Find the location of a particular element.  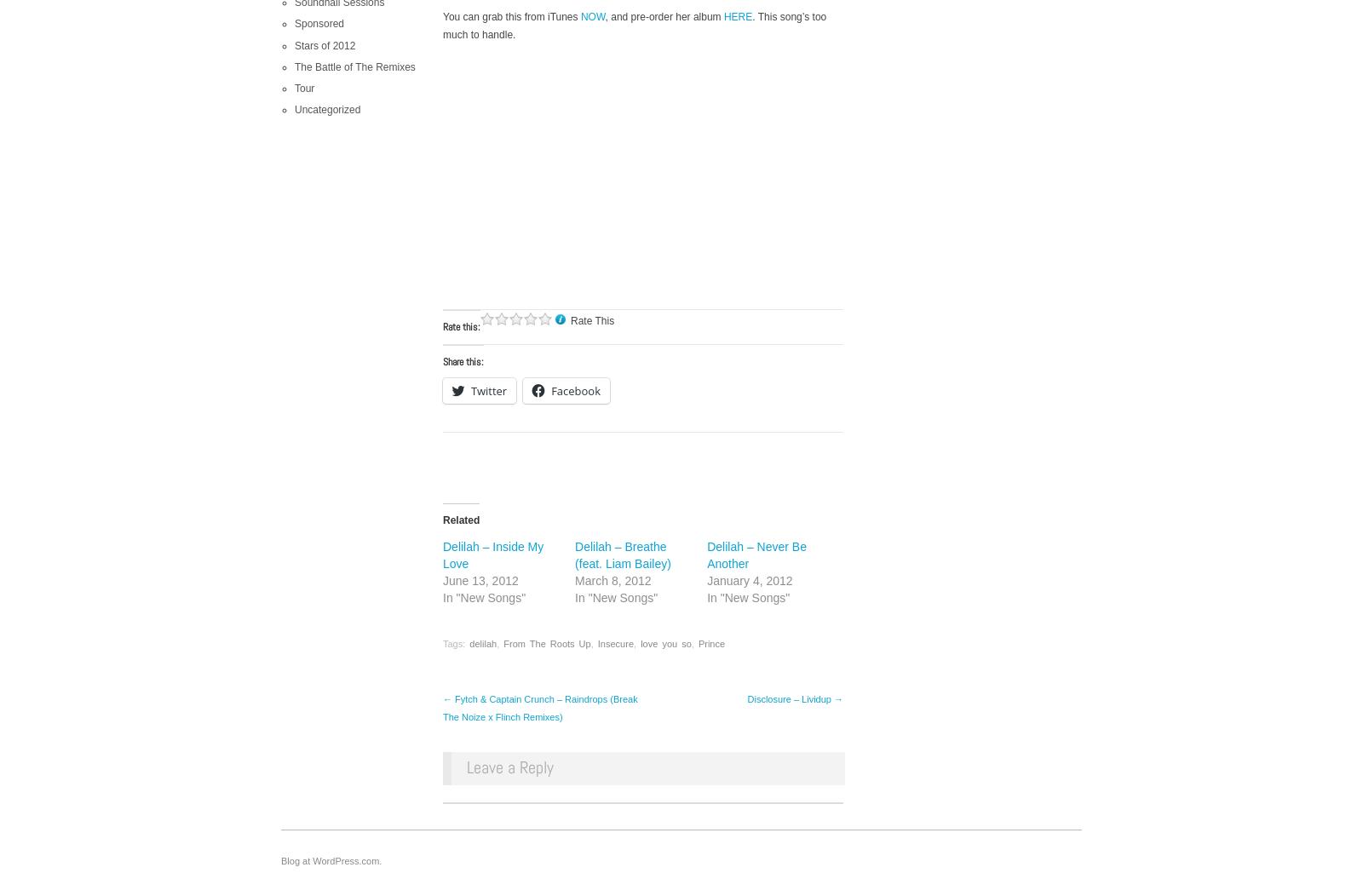

'You can grab this from iTunes' is located at coordinates (510, 16).